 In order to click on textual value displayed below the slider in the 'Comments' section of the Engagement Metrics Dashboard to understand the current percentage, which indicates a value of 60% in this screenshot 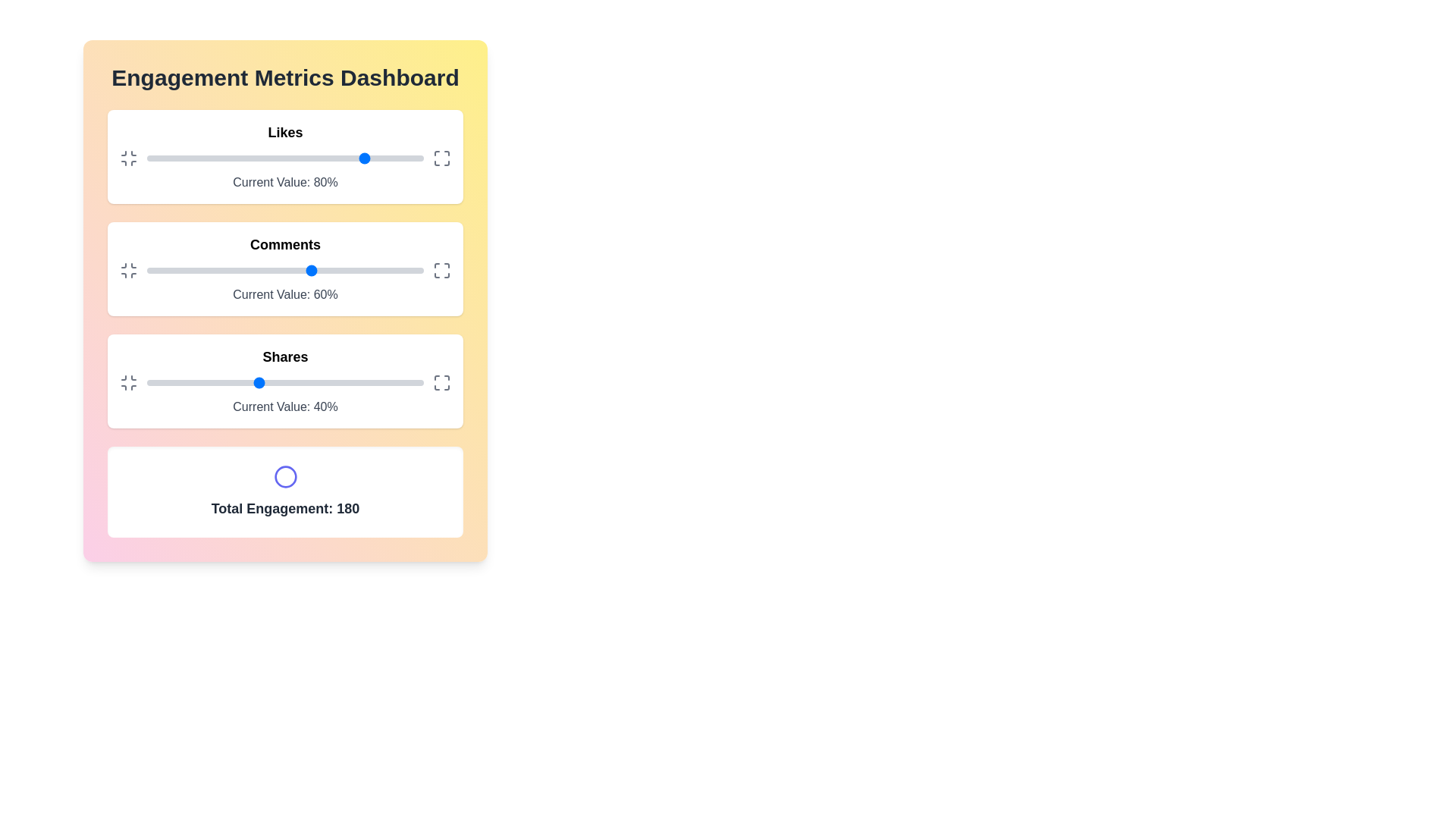, I will do `click(285, 268)`.